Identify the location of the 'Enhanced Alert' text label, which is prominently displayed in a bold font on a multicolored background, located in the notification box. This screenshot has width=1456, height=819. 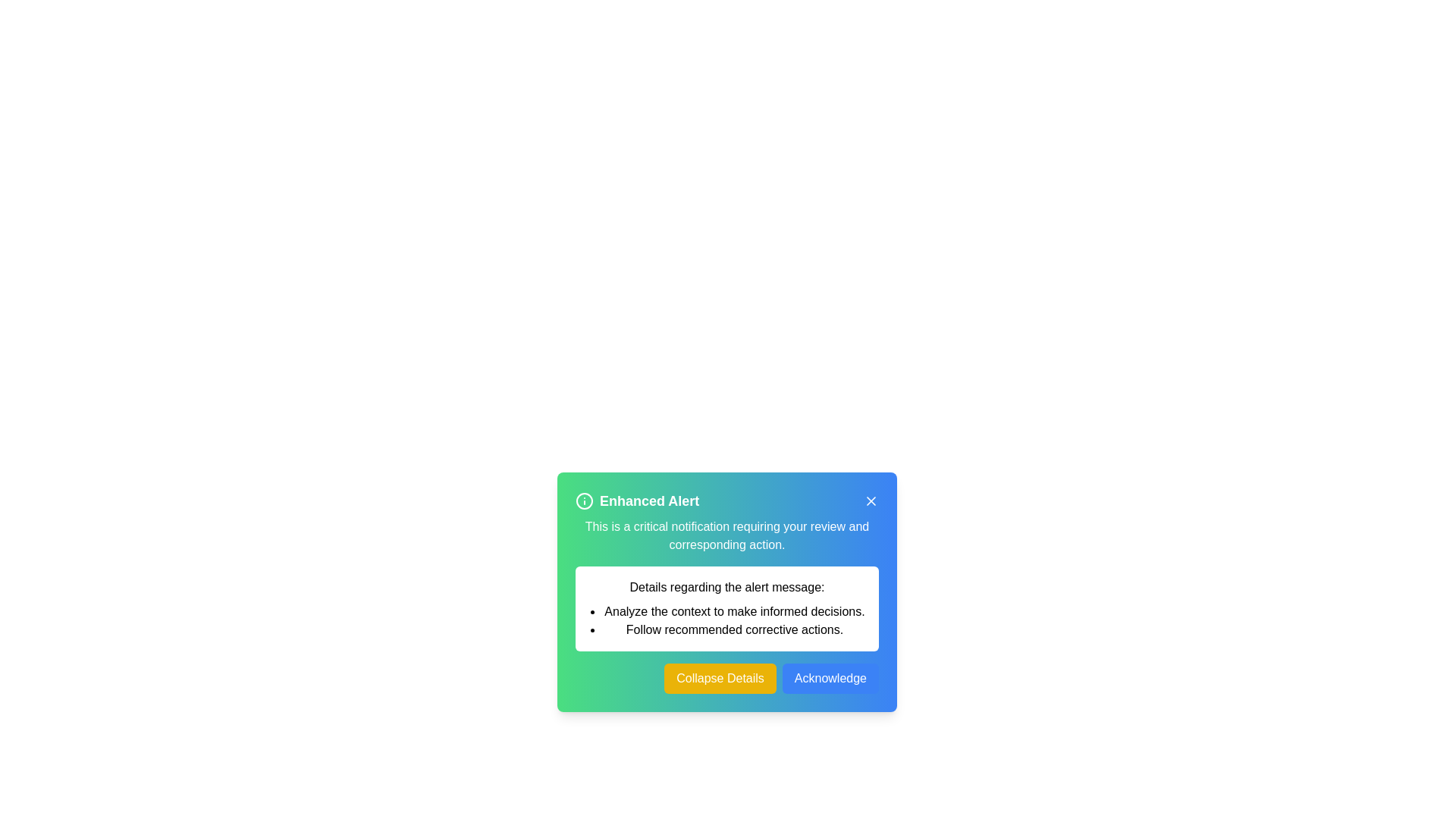
(649, 500).